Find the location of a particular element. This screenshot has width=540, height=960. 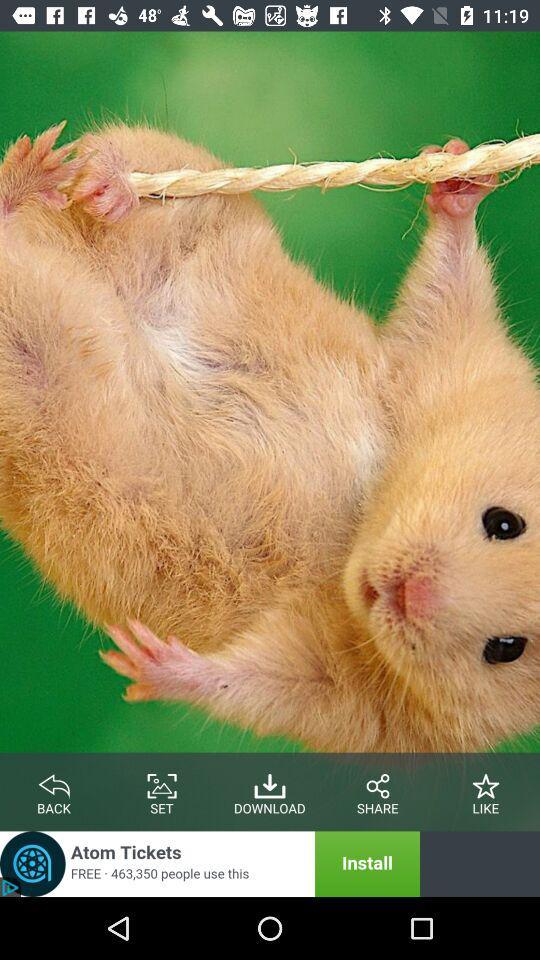

the wallpaper icon is located at coordinates (161, 782).